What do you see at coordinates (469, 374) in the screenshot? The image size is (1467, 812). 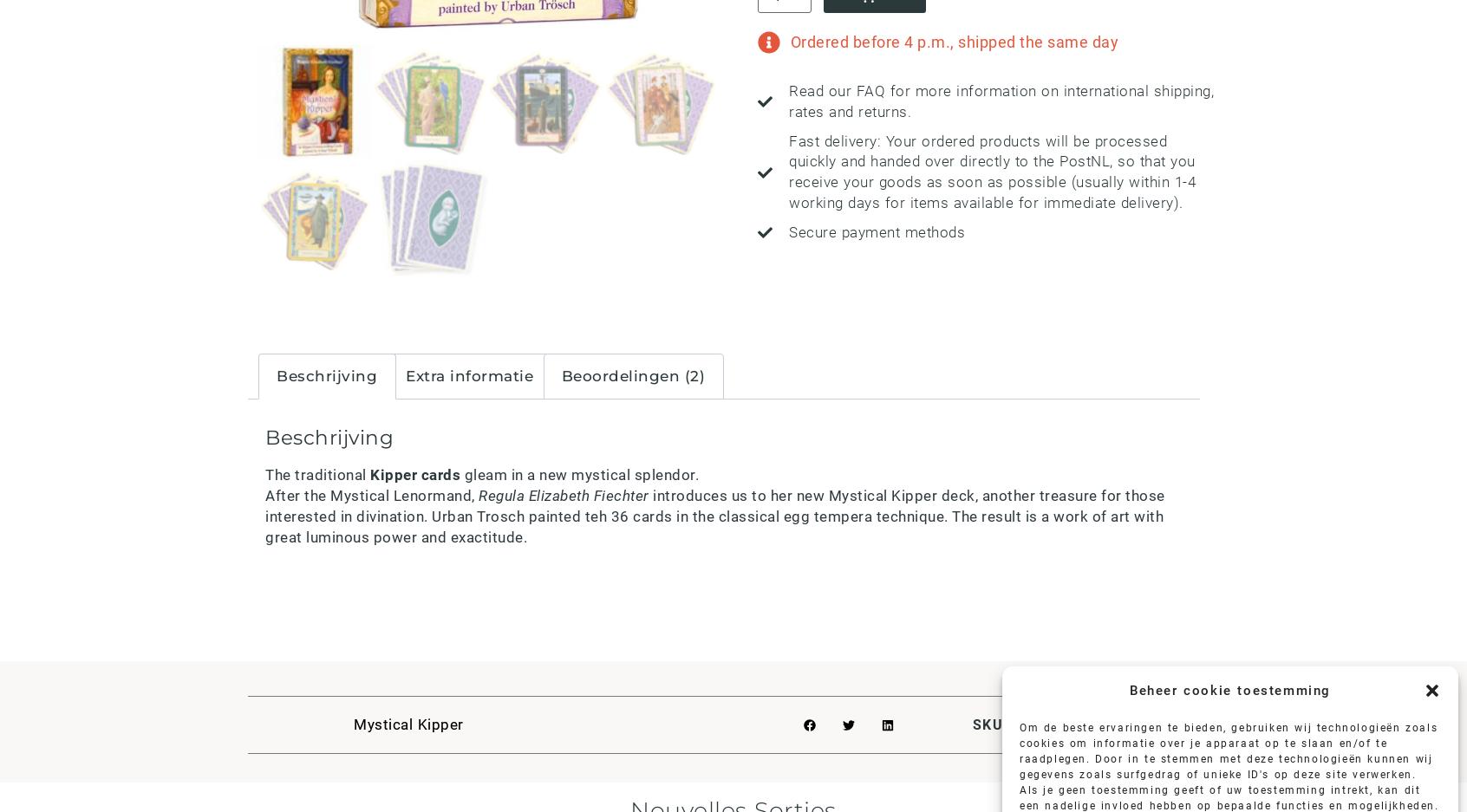 I see `'Extra informatie'` at bounding box center [469, 374].